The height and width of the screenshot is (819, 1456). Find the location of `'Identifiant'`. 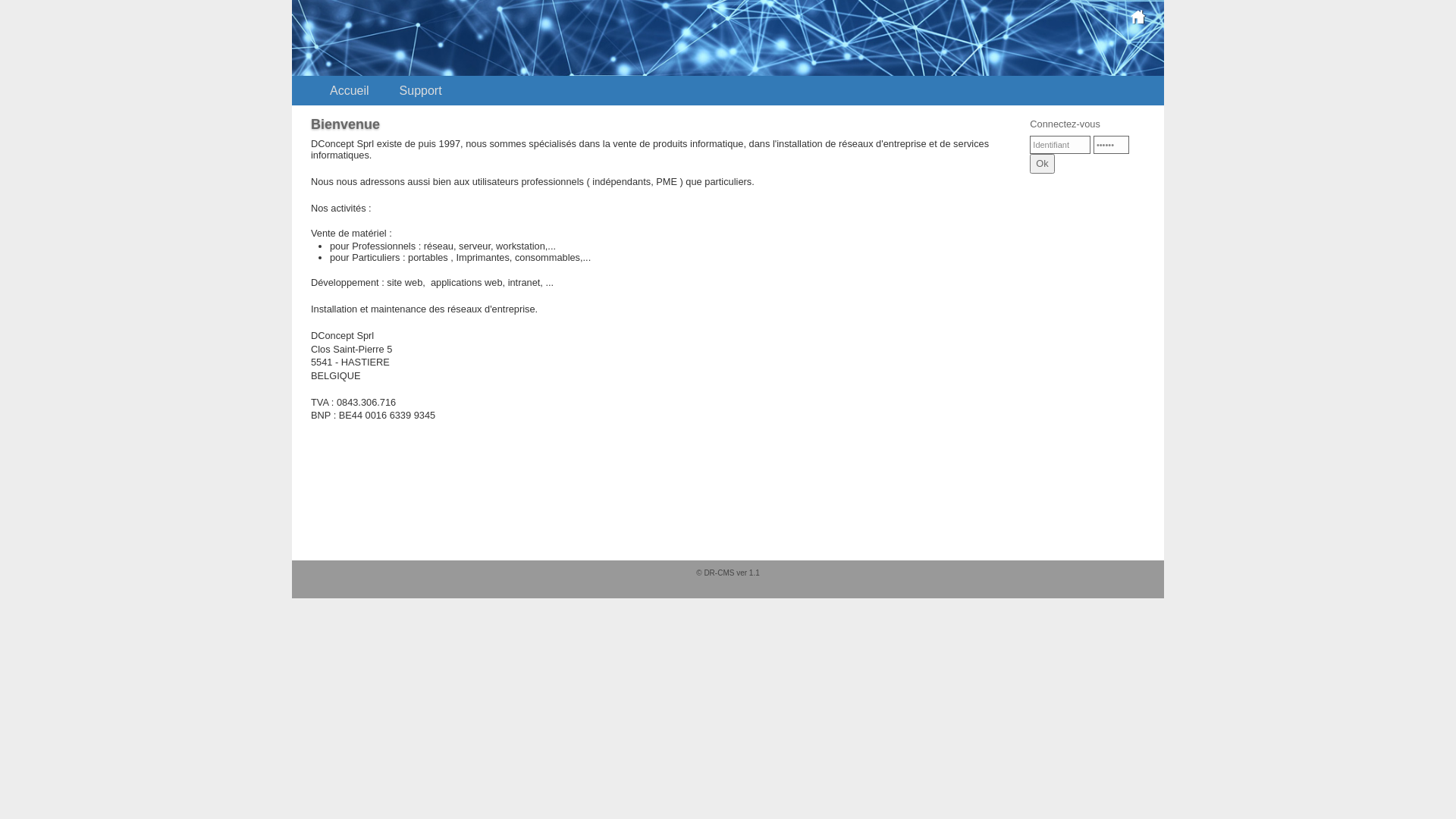

'Identifiant' is located at coordinates (1059, 145).